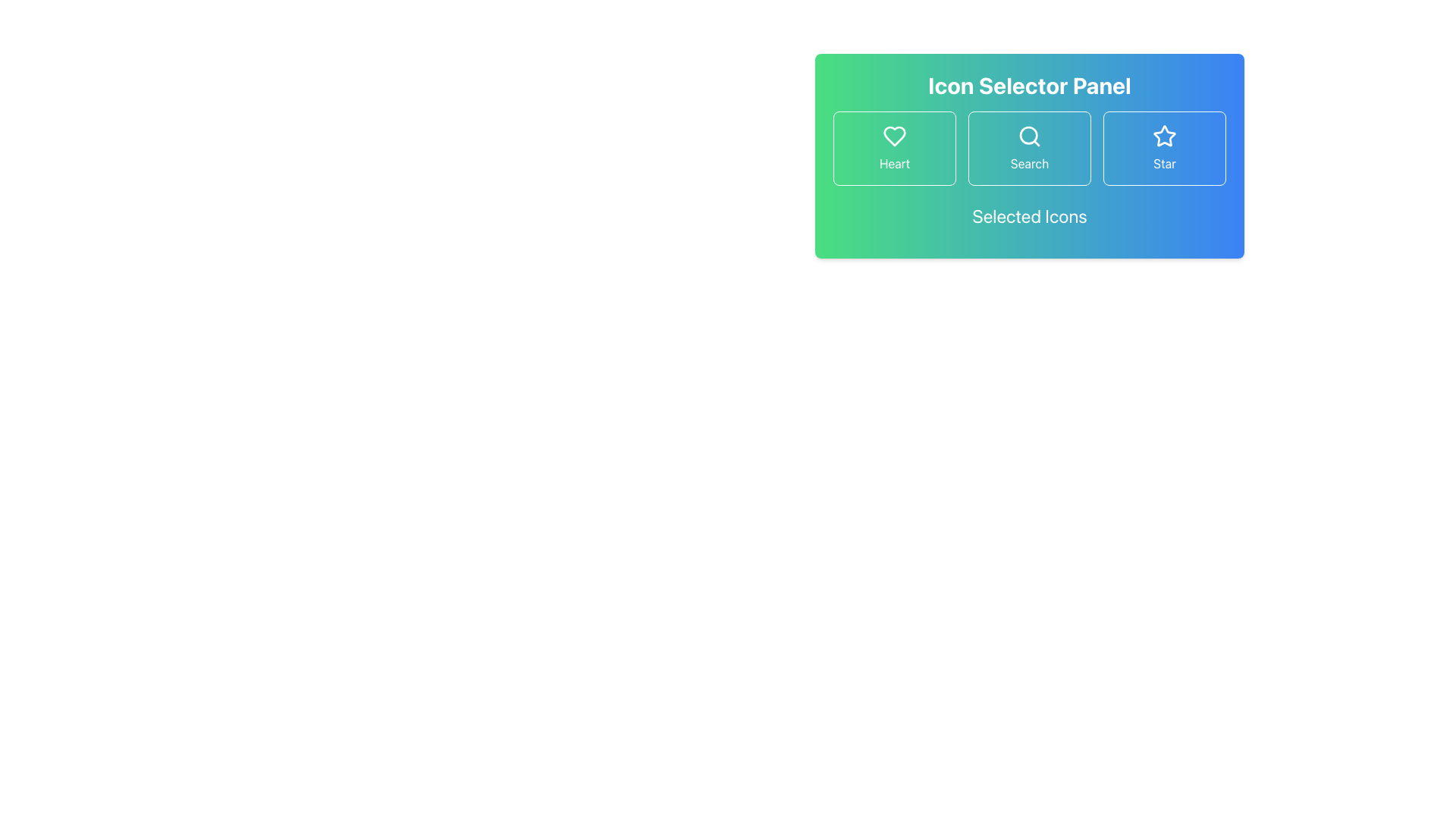 This screenshot has height=819, width=1456. Describe the element at coordinates (1030, 164) in the screenshot. I see `the descriptive label for the search functionality located below the magnifying glass icon in the Icon Selector Panel` at that location.